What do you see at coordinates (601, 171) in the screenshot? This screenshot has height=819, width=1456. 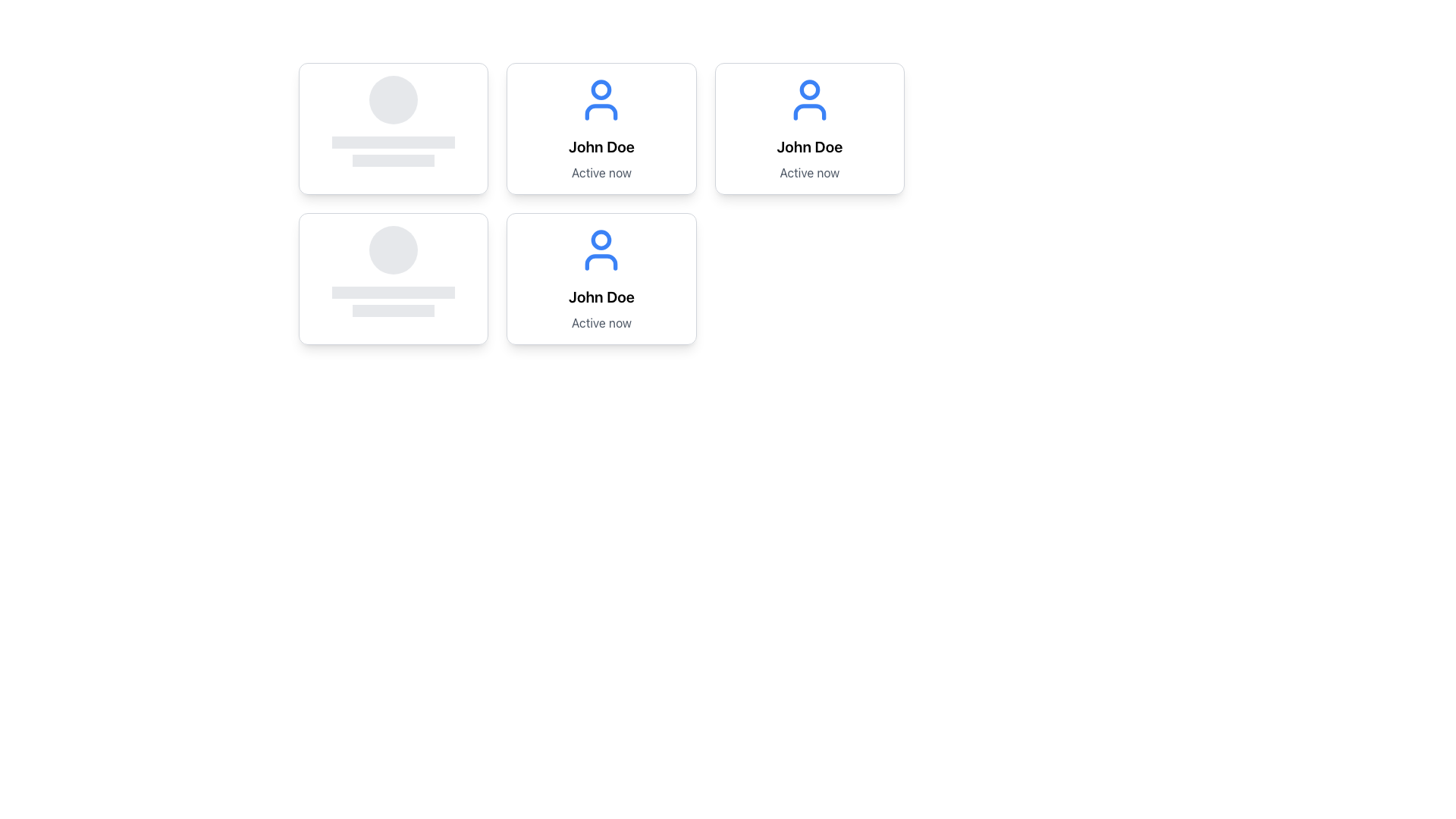 I see `status text of the Text Label indicating the current activity state of 'John Doe' on the profile card, which is centrally aligned at the bottom of the layout` at bounding box center [601, 171].